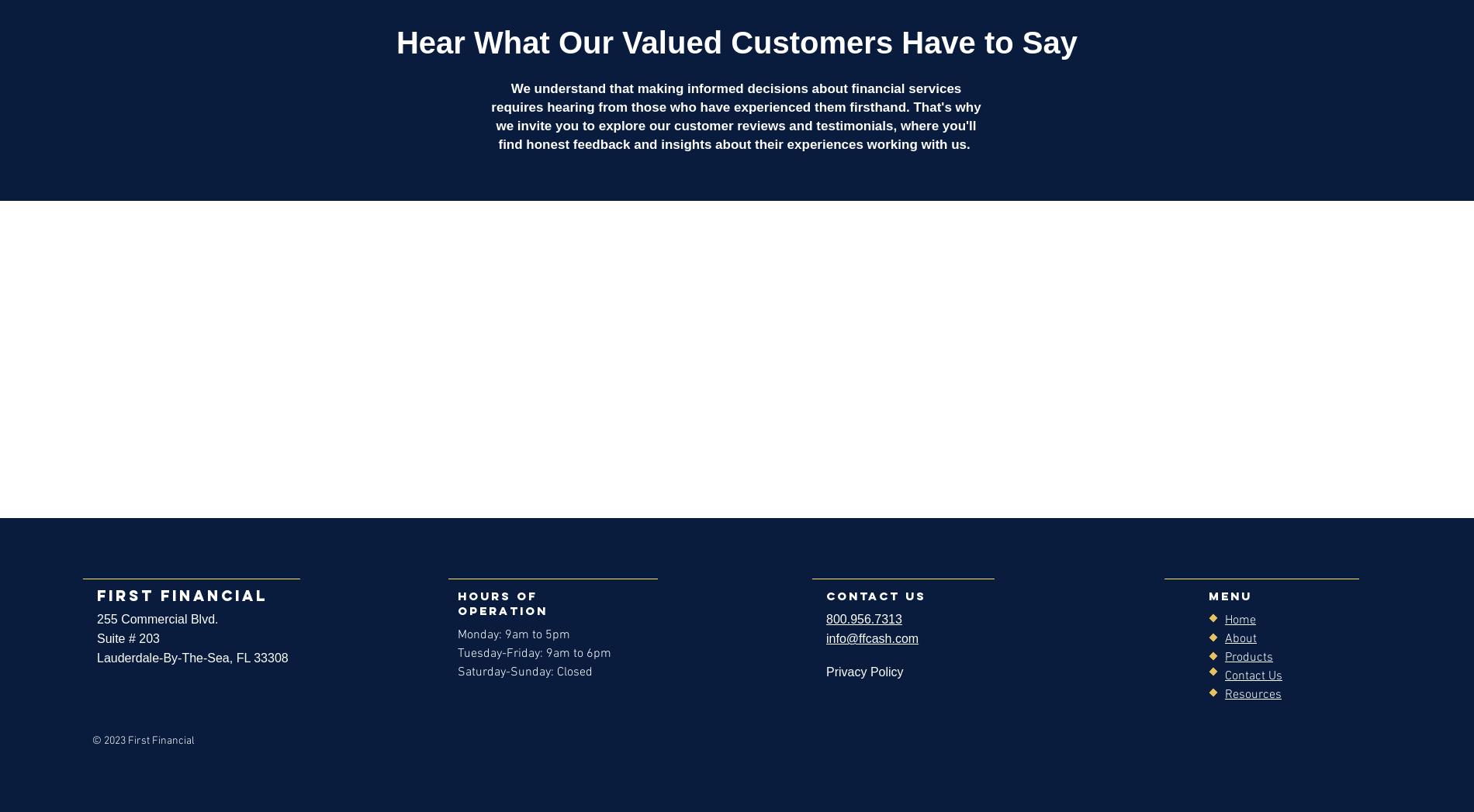 This screenshot has width=1474, height=812. Describe the element at coordinates (457, 651) in the screenshot. I see `'Tuesday-Friday: 9am to 6pm'` at that location.